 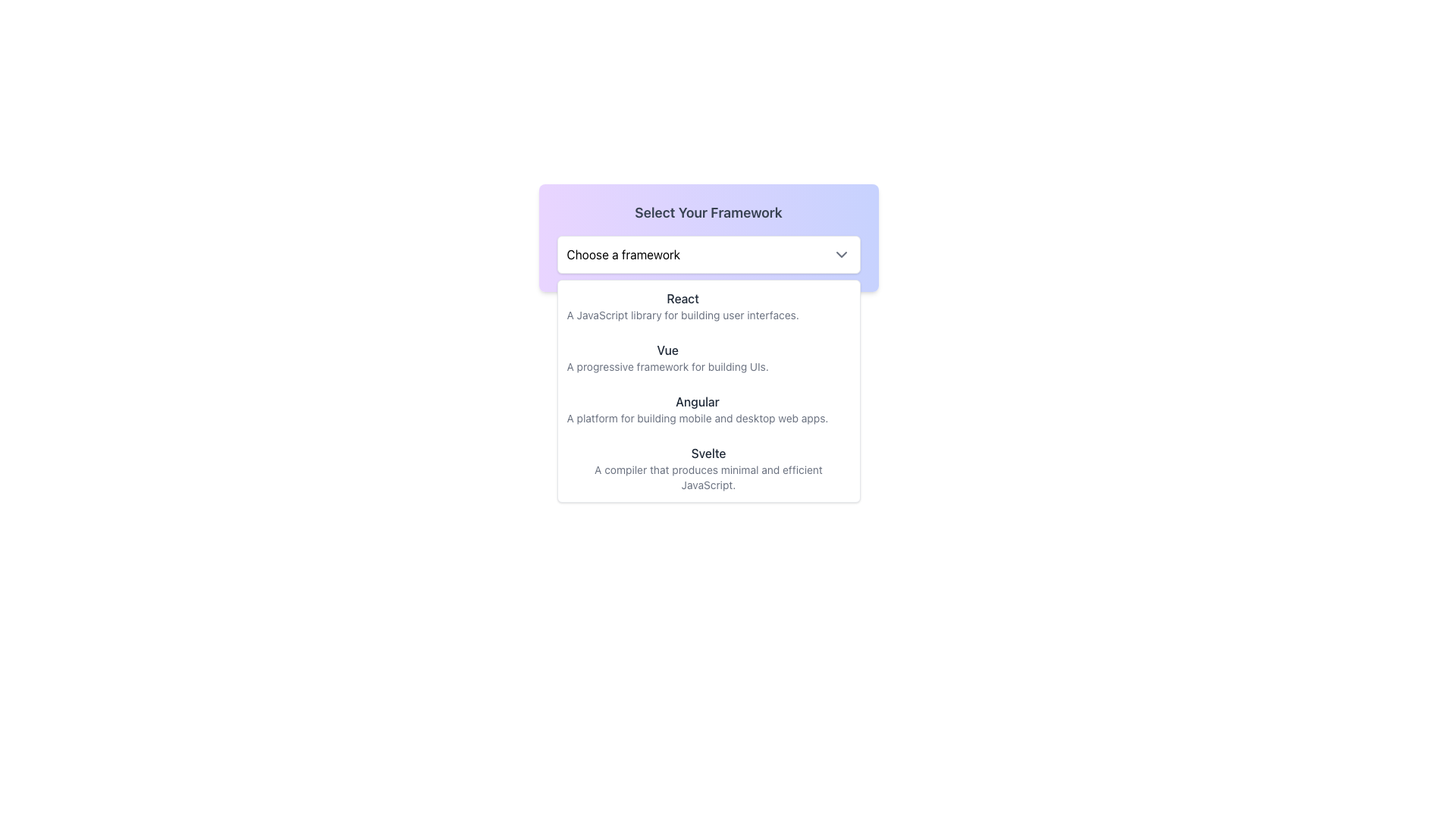 I want to click on the descriptive text label providing additional information about the 'Vue' framework, which is located below the bold text 'Vue' in the list of frameworks under the header 'Select Your Framework', so click(x=667, y=366).